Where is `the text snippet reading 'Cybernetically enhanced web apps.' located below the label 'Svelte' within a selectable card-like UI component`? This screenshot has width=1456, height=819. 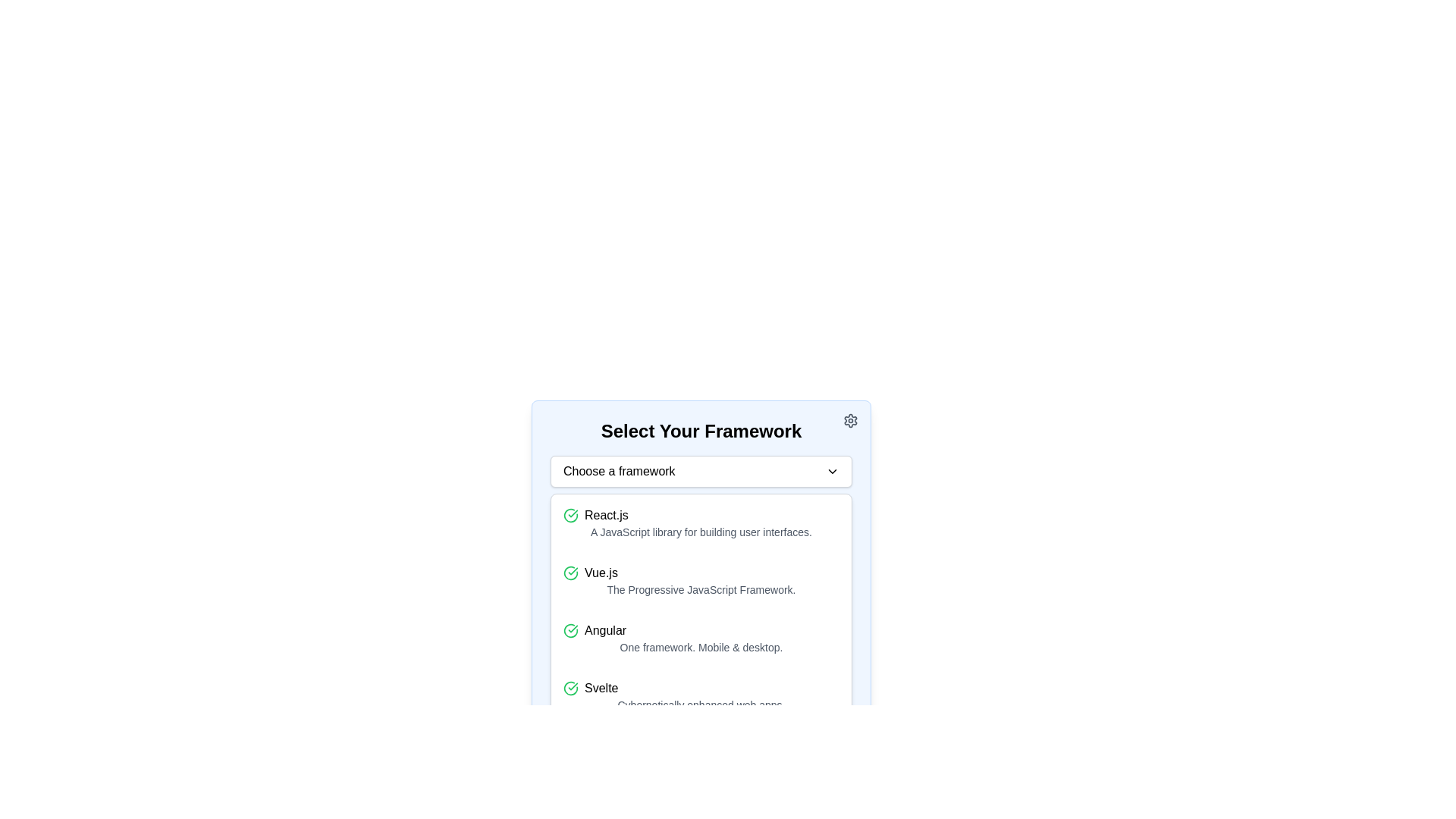
the text snippet reading 'Cybernetically enhanced web apps.' located below the label 'Svelte' within a selectable card-like UI component is located at coordinates (701, 704).